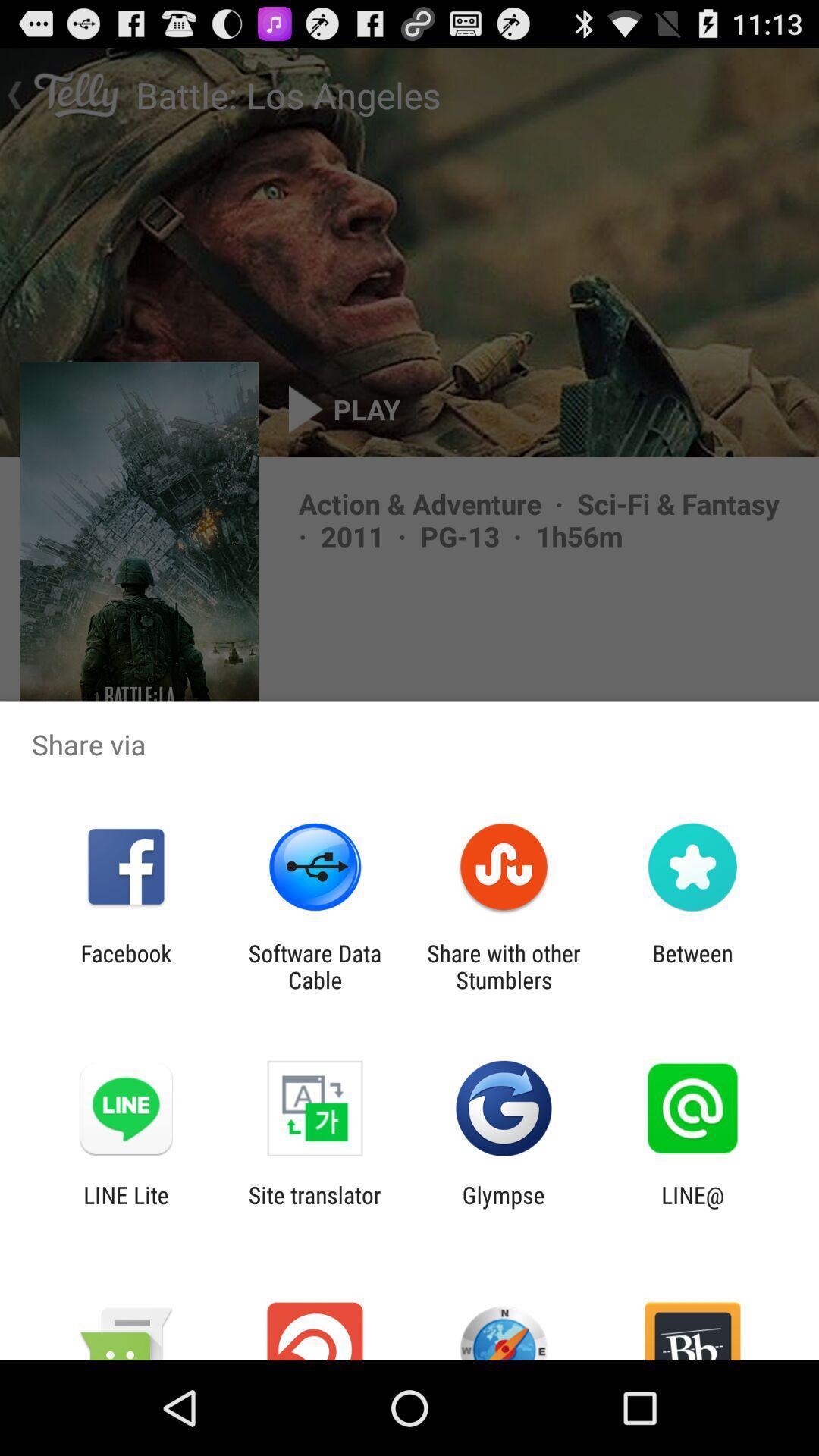 The height and width of the screenshot is (1456, 819). Describe the element at coordinates (314, 1207) in the screenshot. I see `site translator app` at that location.